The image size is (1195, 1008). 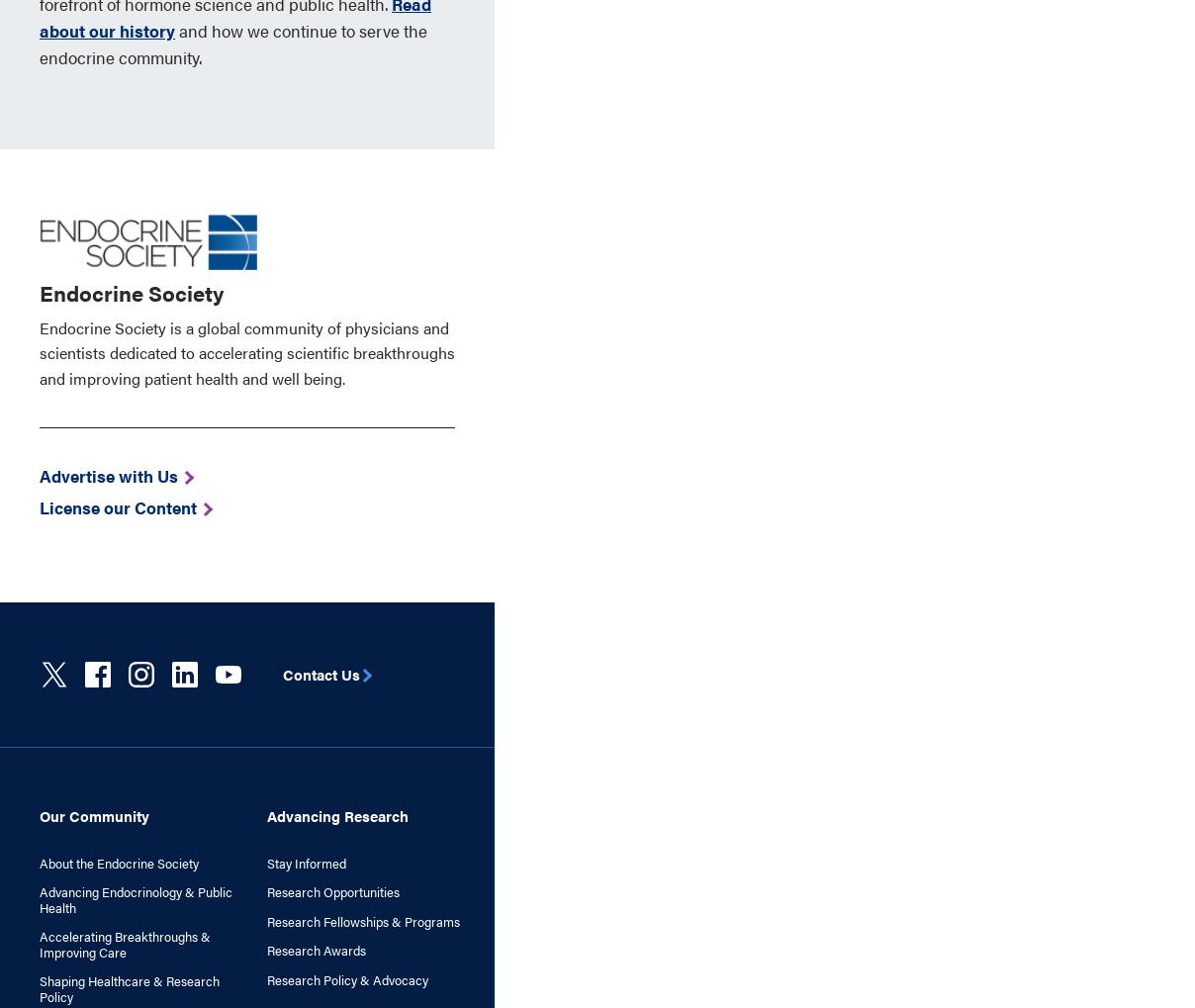 I want to click on 'Our Community', so click(x=93, y=814).